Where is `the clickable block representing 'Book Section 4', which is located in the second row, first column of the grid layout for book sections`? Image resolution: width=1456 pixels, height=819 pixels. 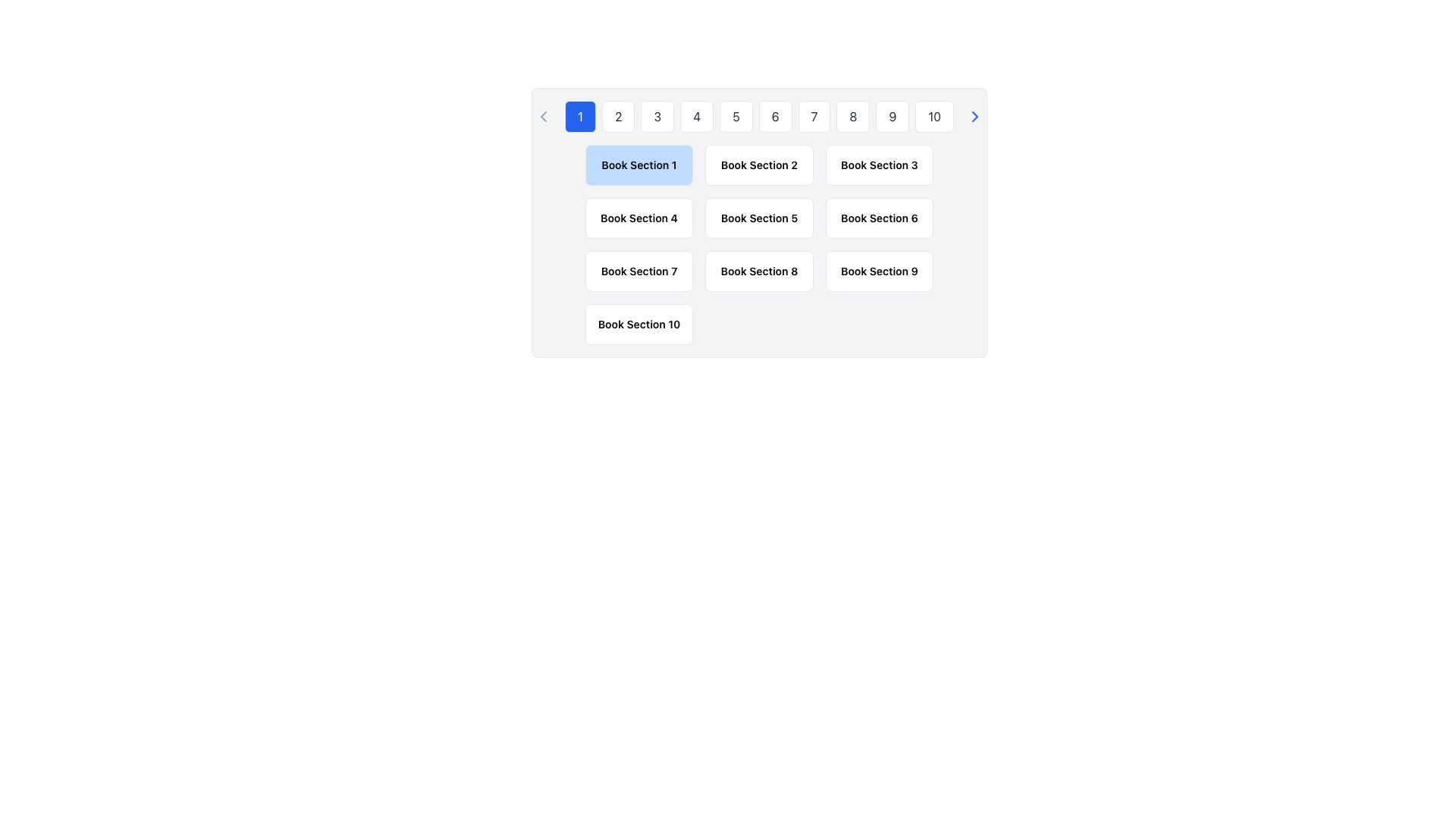 the clickable block representing 'Book Section 4', which is located in the second row, first column of the grid layout for book sections is located at coordinates (639, 218).